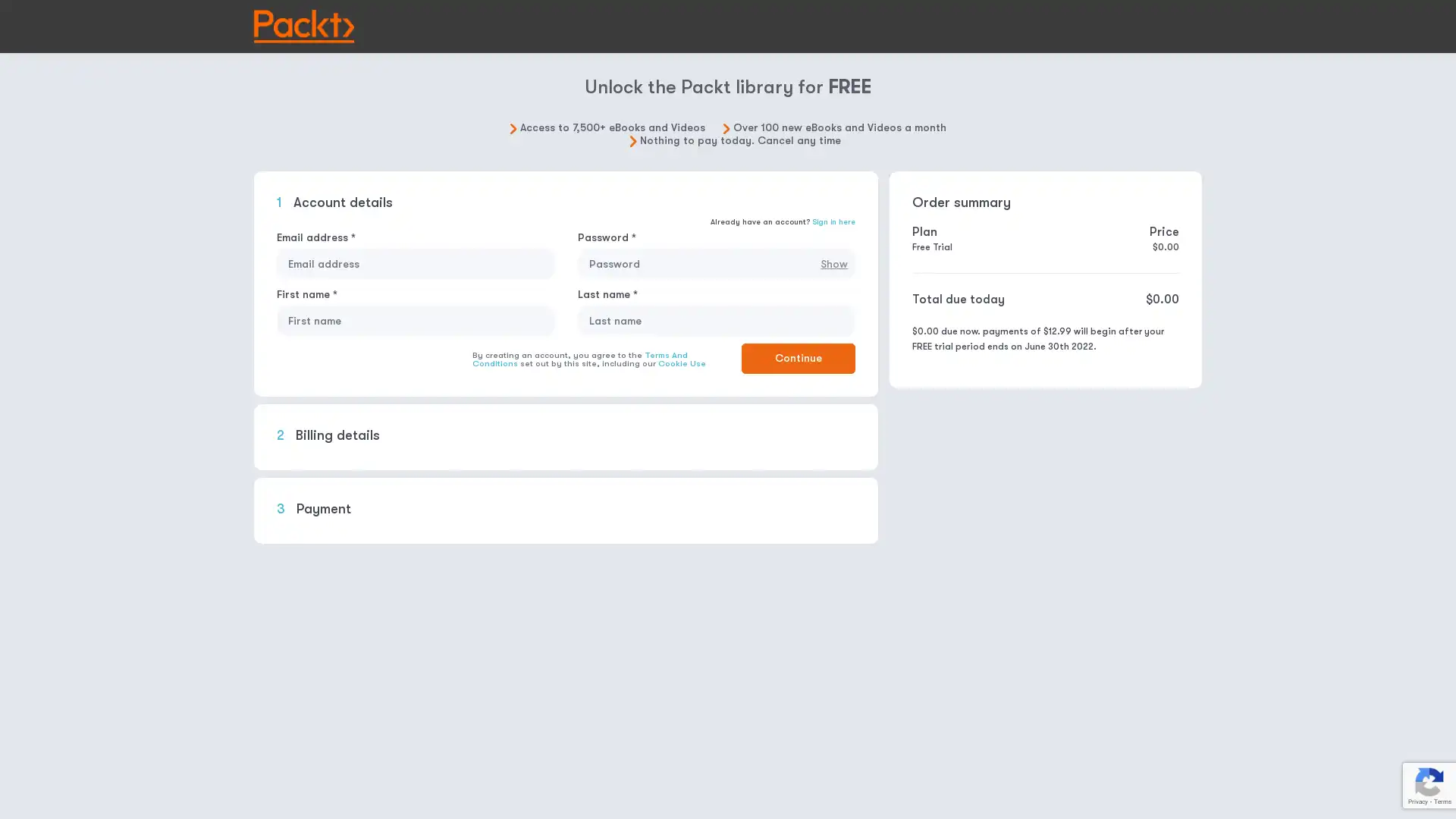  Describe the element at coordinates (797, 357) in the screenshot. I see `Continue` at that location.